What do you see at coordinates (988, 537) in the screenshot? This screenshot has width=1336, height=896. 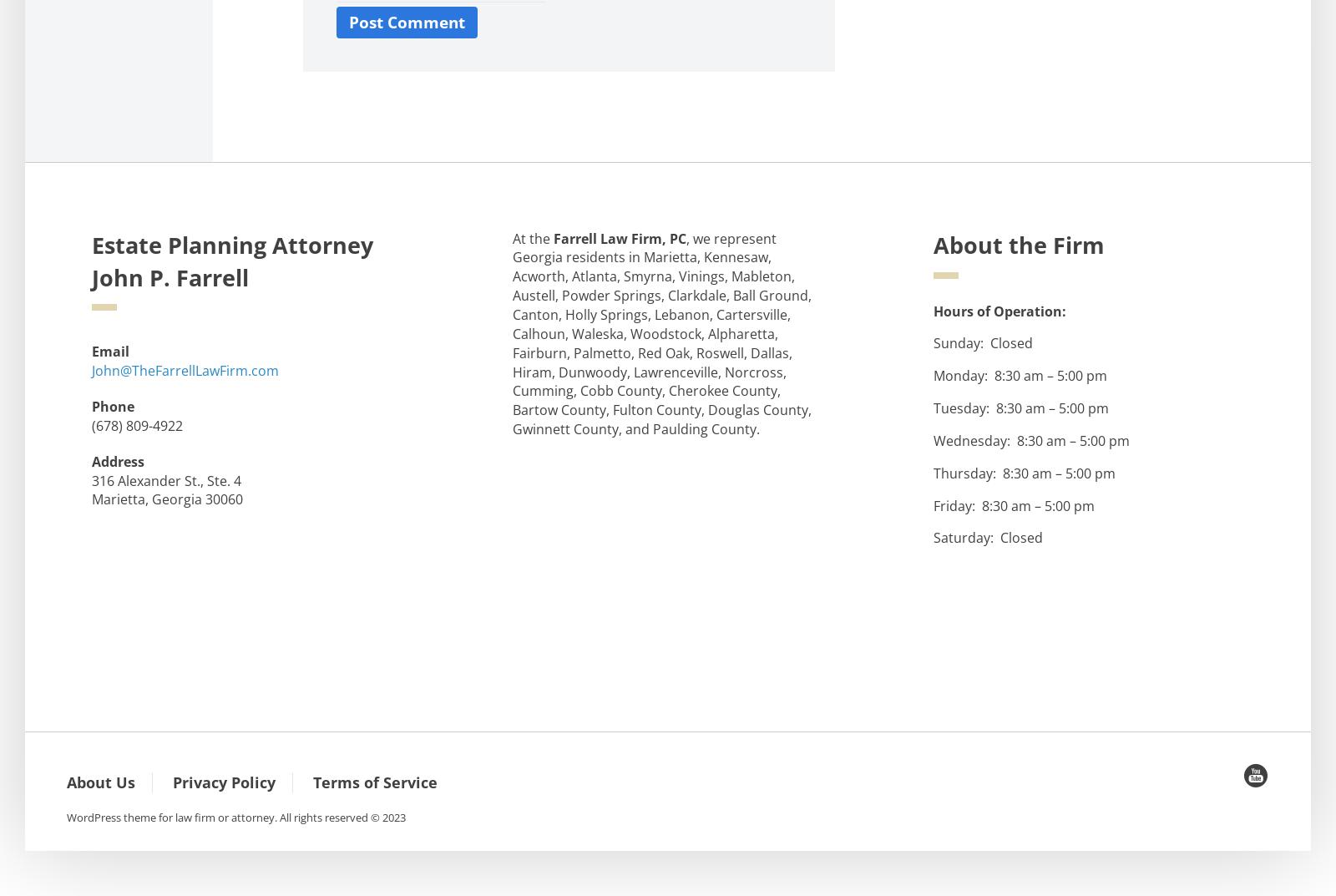 I see `'Saturday:  Closed'` at bounding box center [988, 537].